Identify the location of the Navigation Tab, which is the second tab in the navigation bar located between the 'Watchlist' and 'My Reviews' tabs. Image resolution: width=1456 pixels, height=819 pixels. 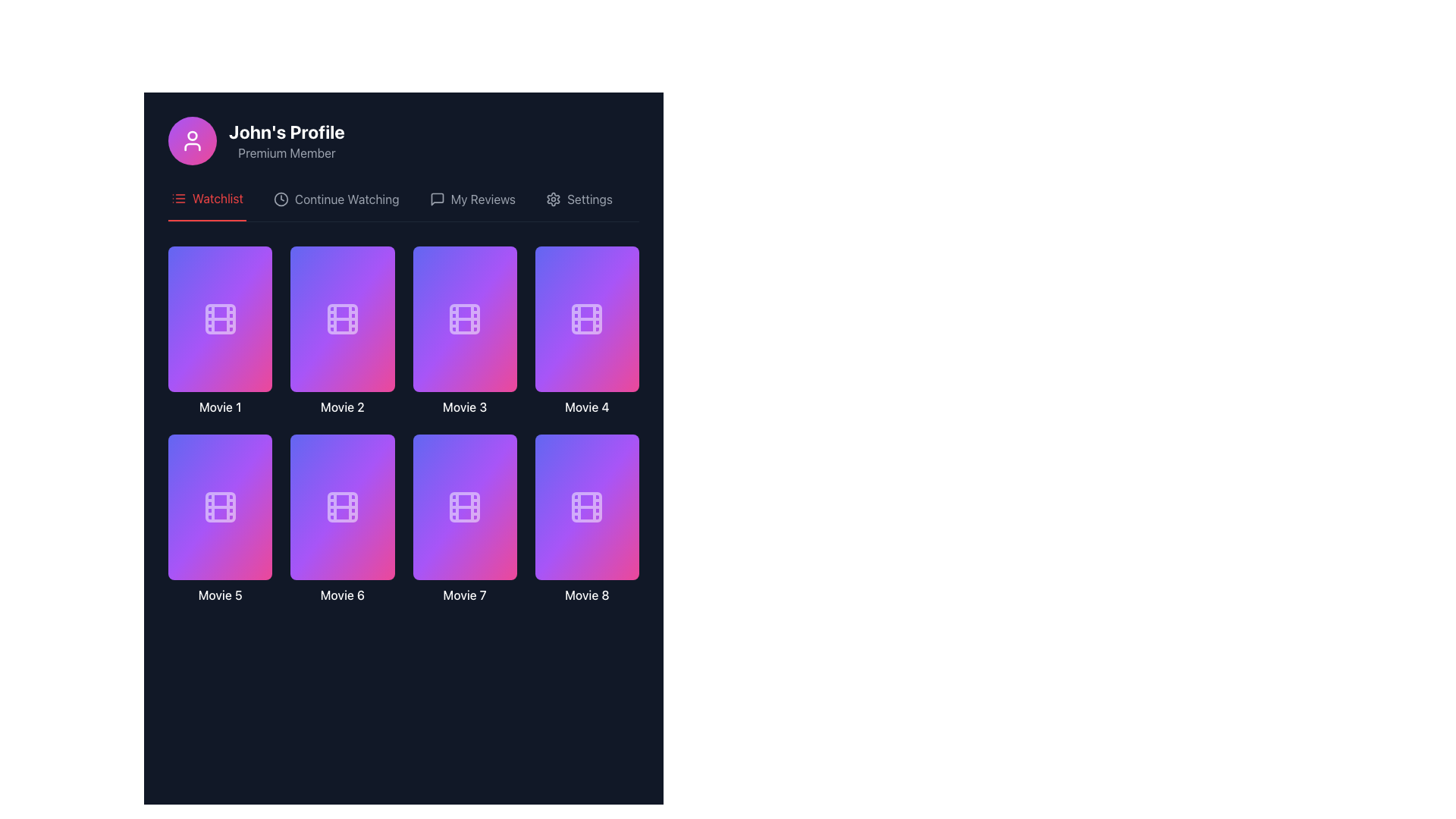
(335, 205).